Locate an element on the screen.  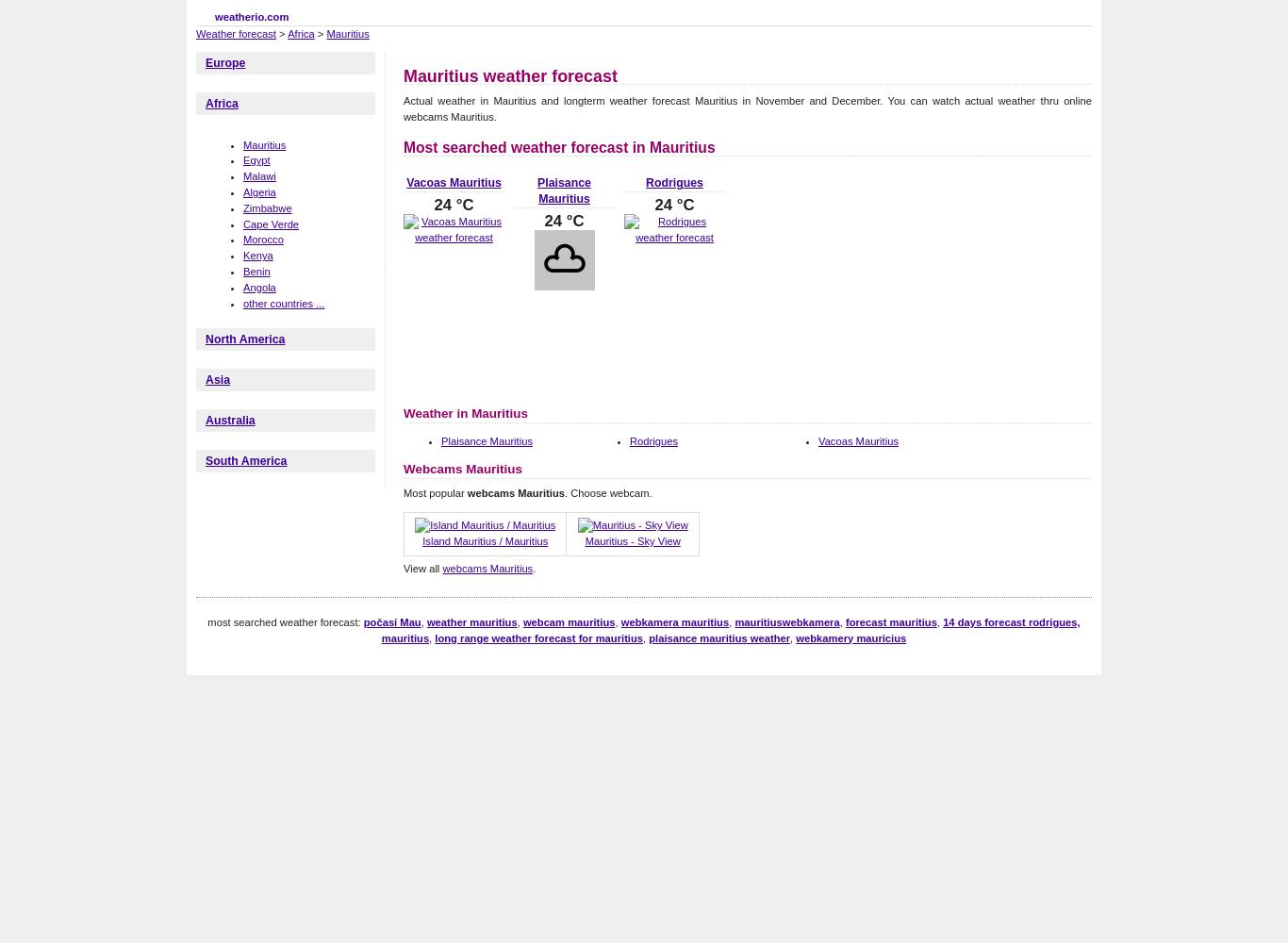
'most searched weather forecast:' is located at coordinates (206, 621).